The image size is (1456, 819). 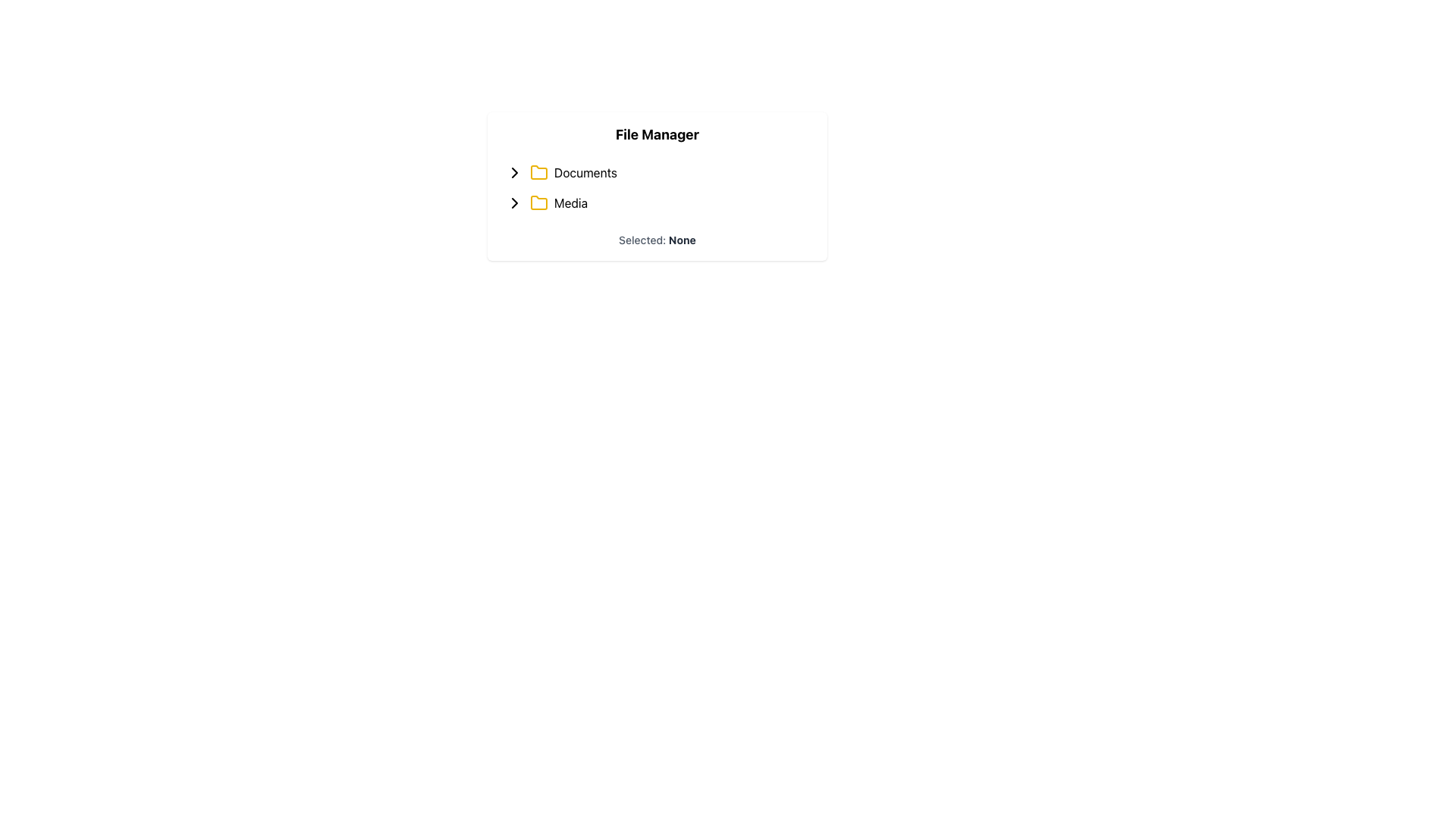 What do you see at coordinates (514, 171) in the screenshot?
I see `the rightward-pointing arrow icon (chevron) located to the left of the 'Documents' label in the vertical list structure` at bounding box center [514, 171].